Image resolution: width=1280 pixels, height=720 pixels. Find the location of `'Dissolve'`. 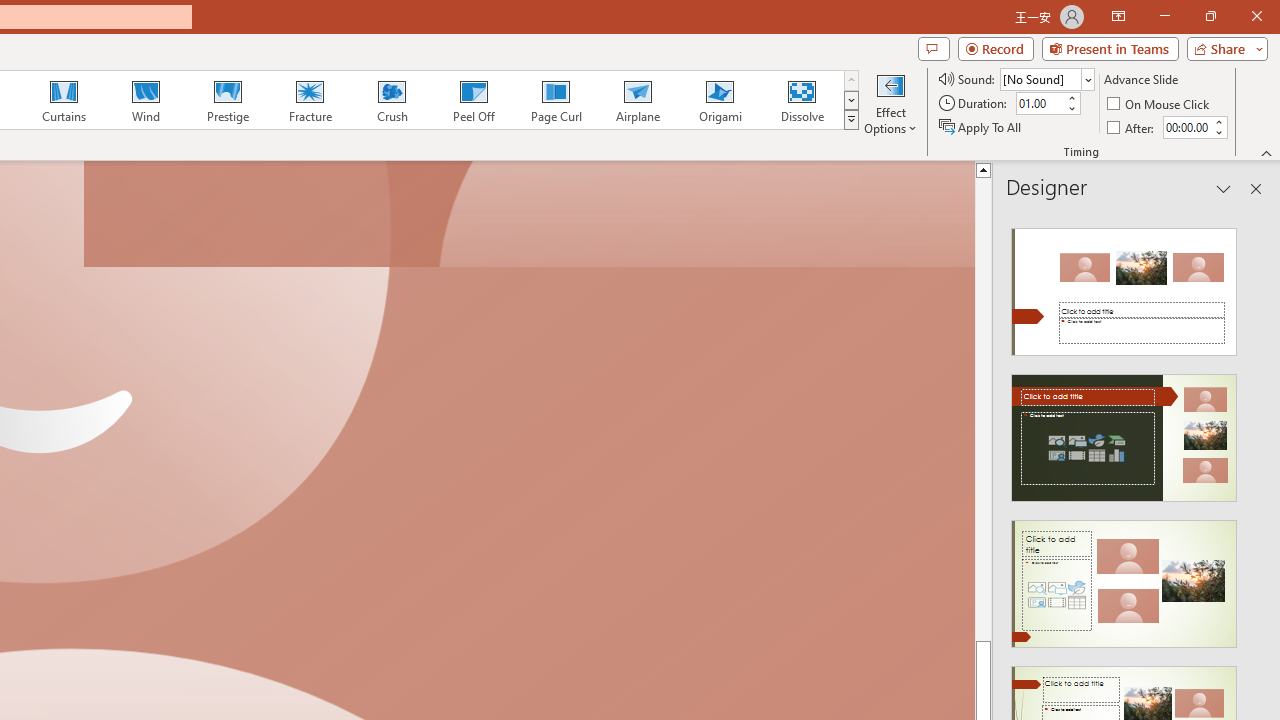

'Dissolve' is located at coordinates (802, 100).